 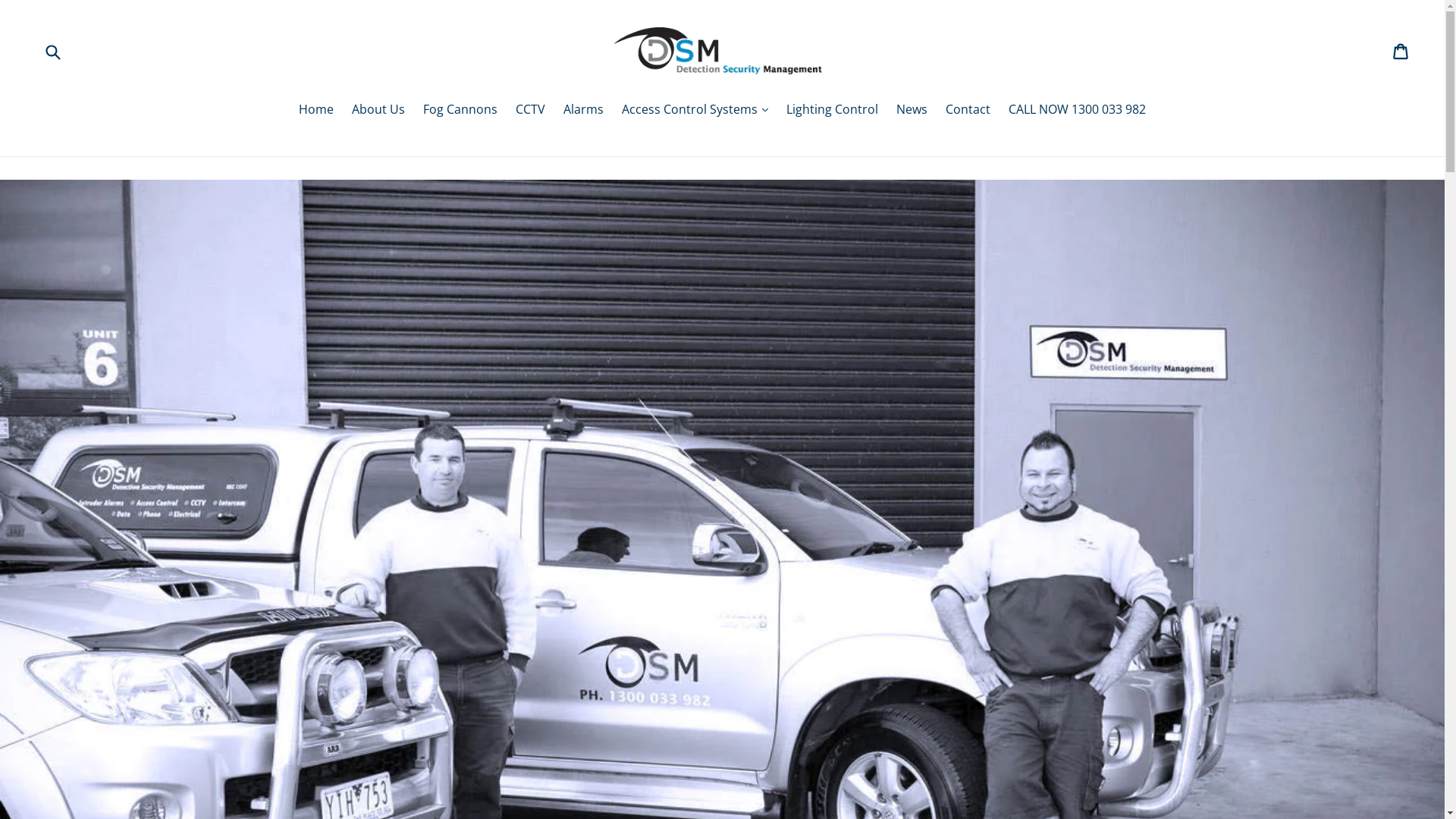 I want to click on 'Lighting Control', so click(x=831, y=109).